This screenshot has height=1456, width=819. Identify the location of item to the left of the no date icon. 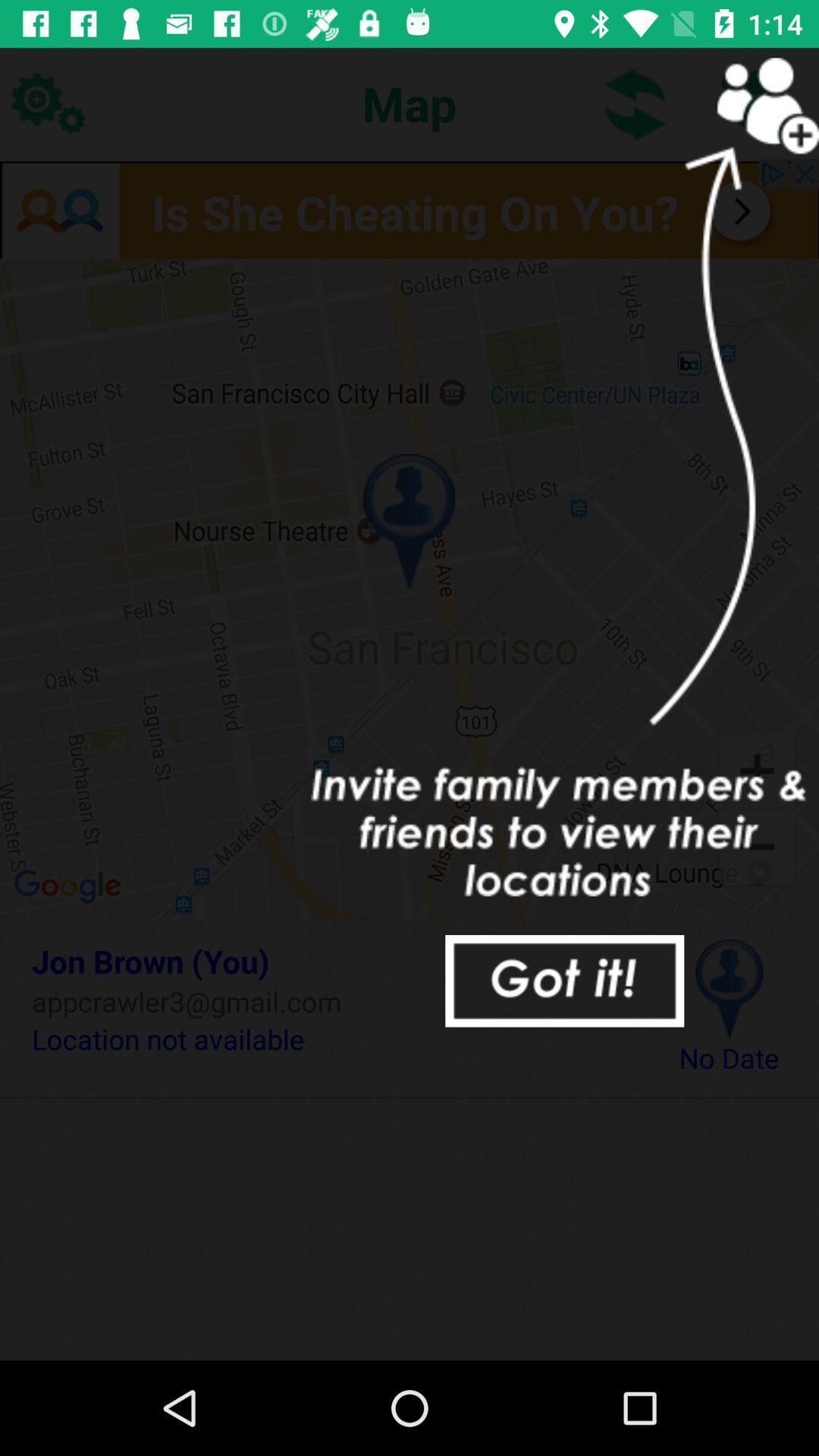
(331, 1038).